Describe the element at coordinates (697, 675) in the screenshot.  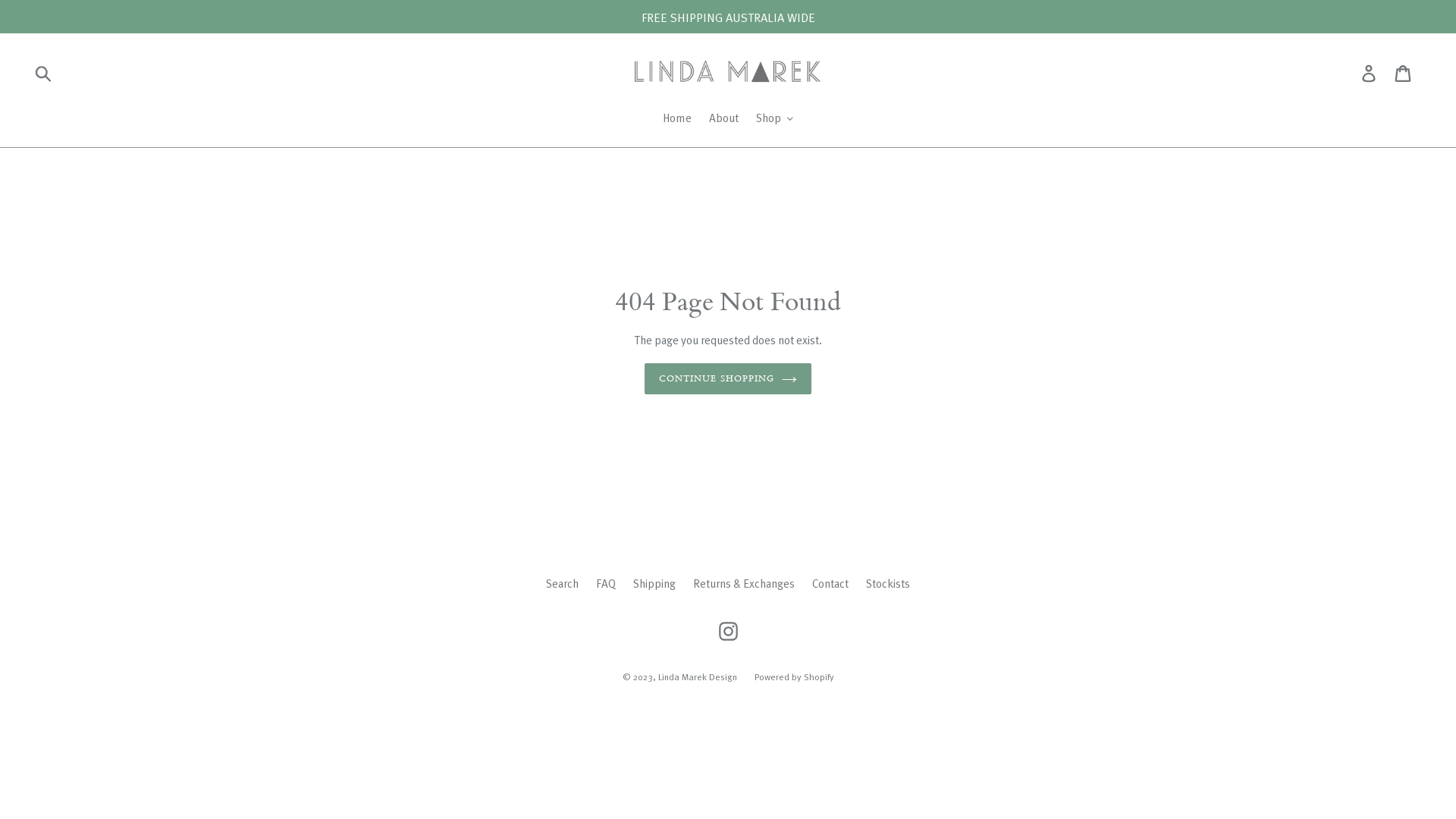
I see `'Linda Marek Design'` at that location.